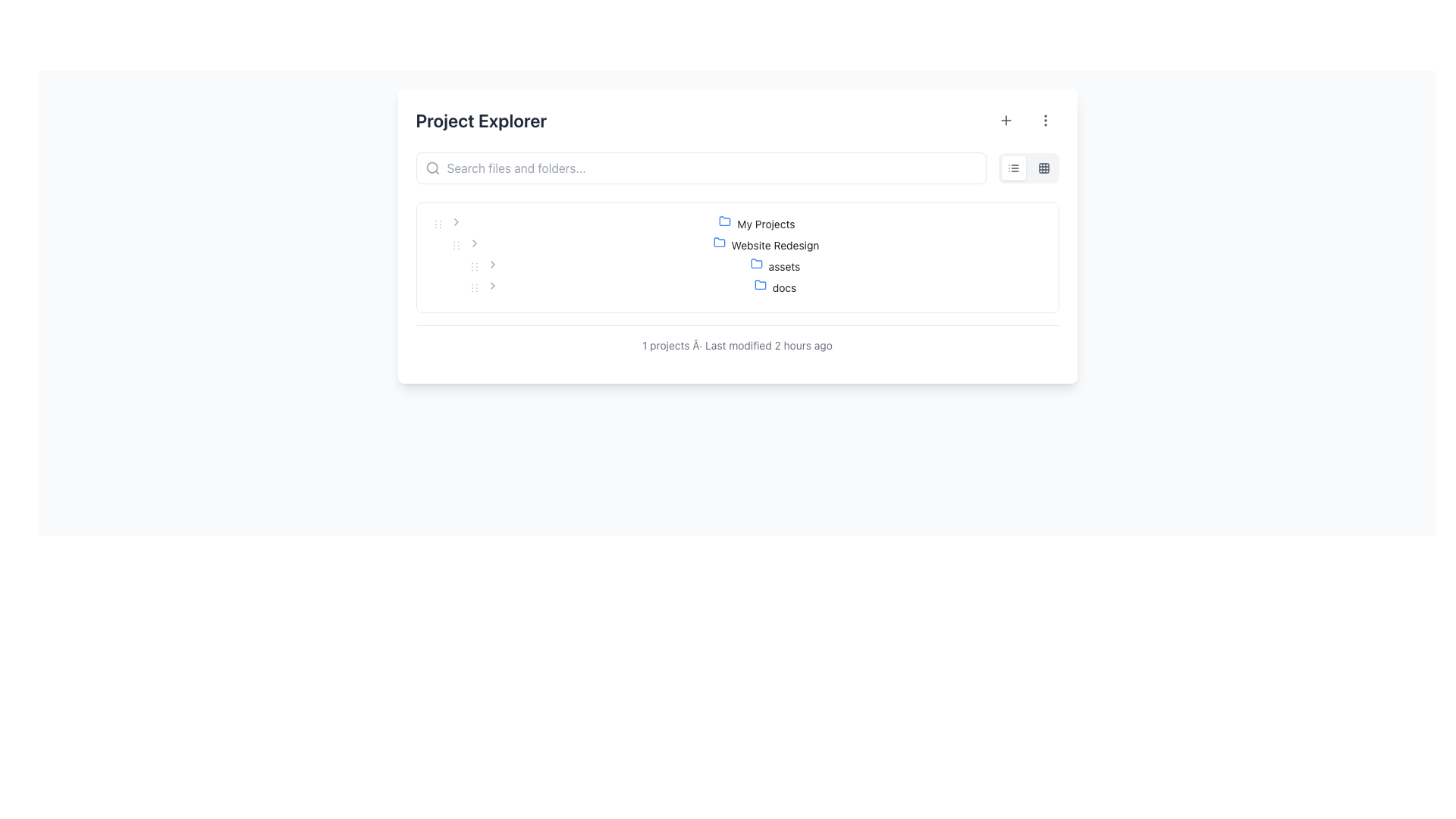  Describe the element at coordinates (737, 265) in the screenshot. I see `the 'assets' folder node, which is a tree item under the 'Website Redesign' node` at that location.